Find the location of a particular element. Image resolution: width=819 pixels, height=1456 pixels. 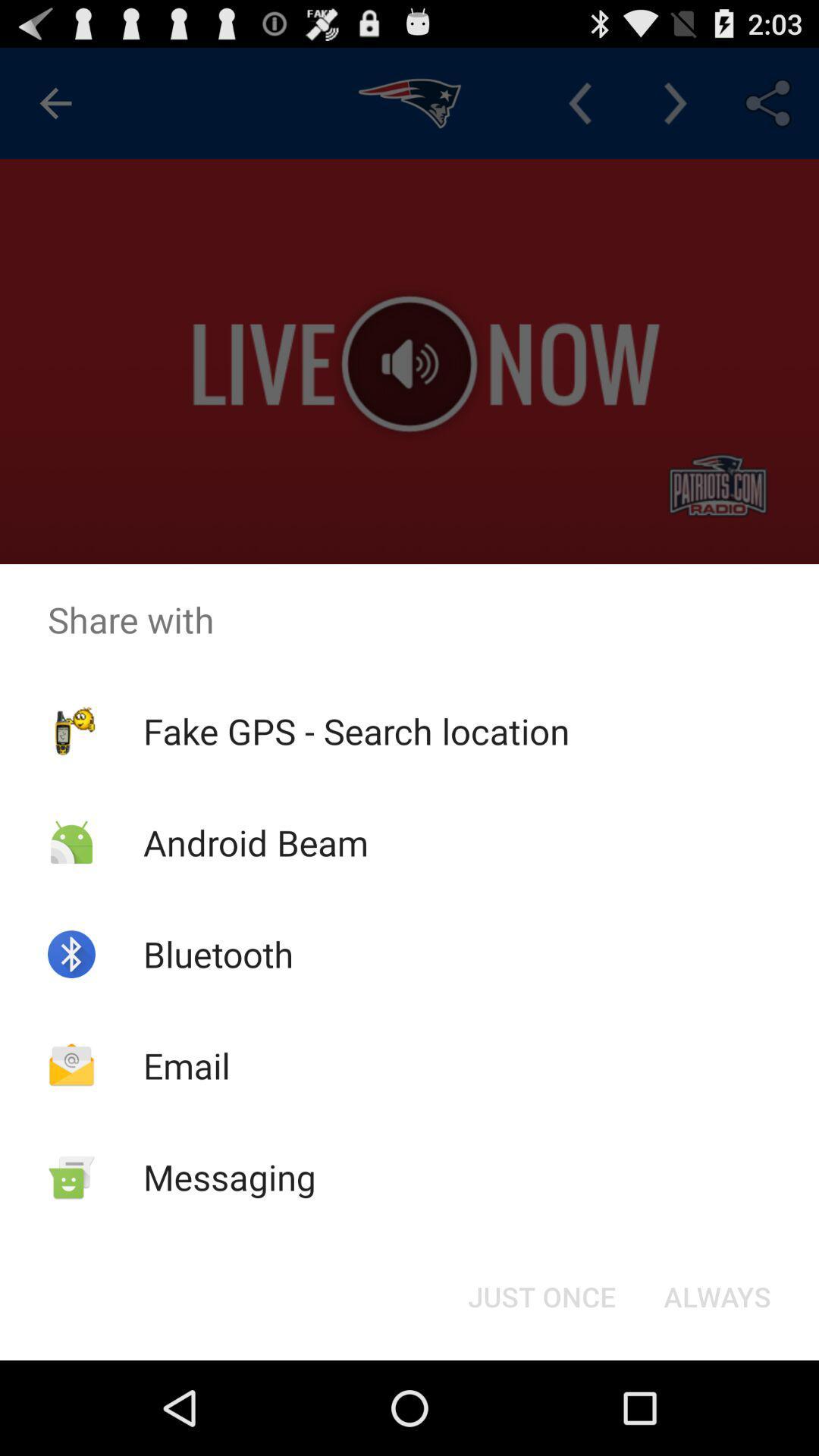

the messaging item is located at coordinates (230, 1176).